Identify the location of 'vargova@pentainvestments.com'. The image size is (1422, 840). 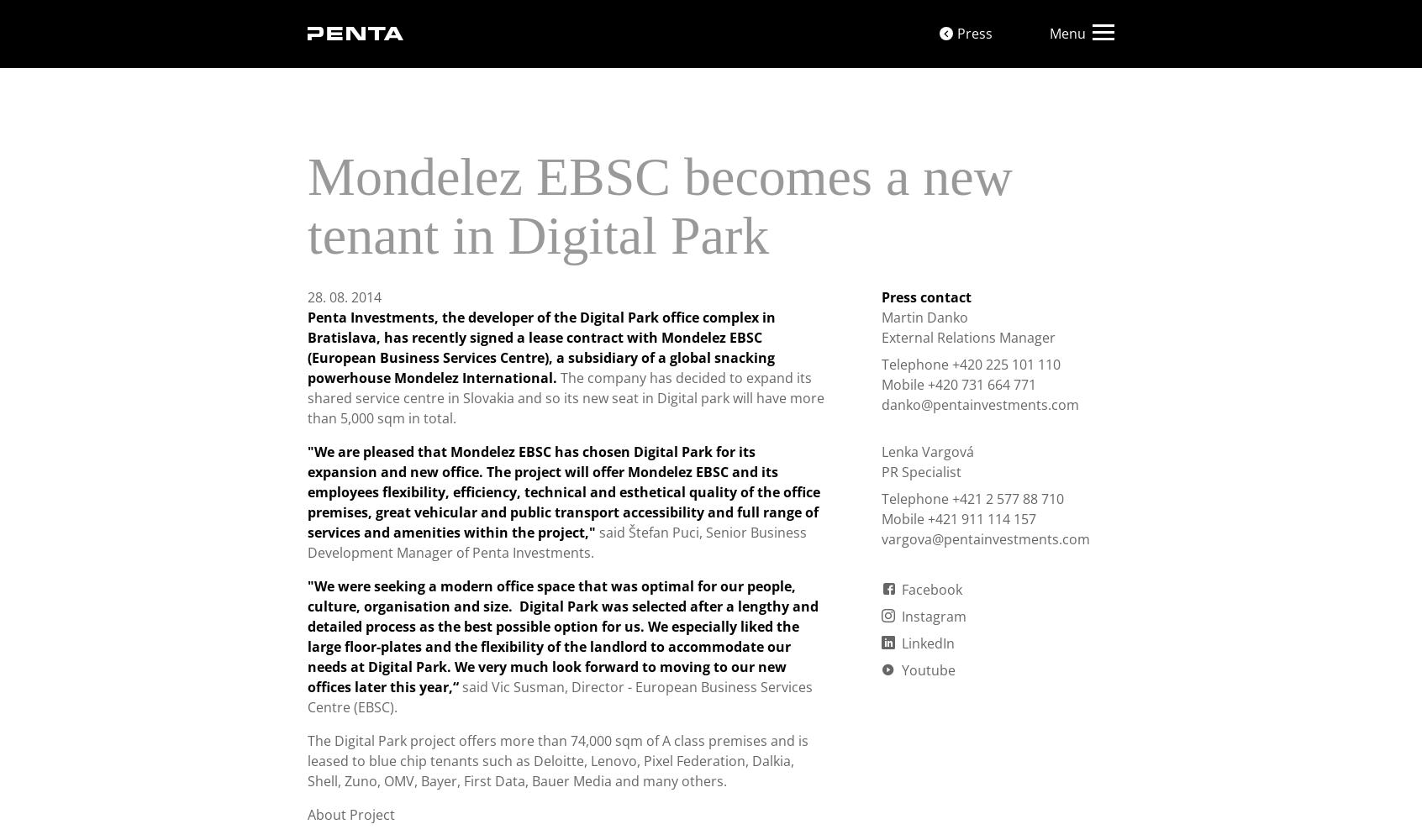
(984, 539).